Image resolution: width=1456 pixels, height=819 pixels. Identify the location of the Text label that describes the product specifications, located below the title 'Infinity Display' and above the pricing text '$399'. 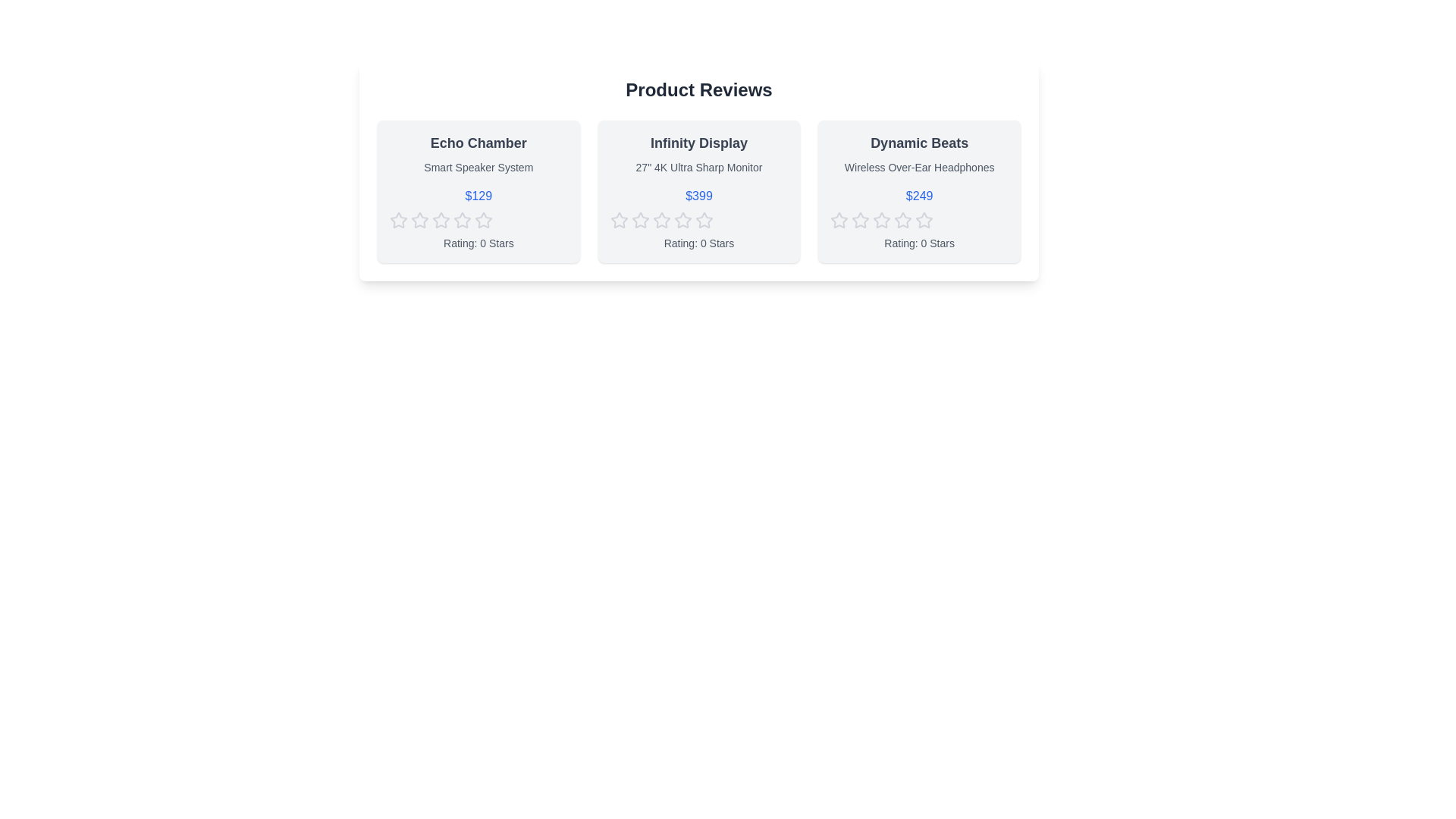
(698, 167).